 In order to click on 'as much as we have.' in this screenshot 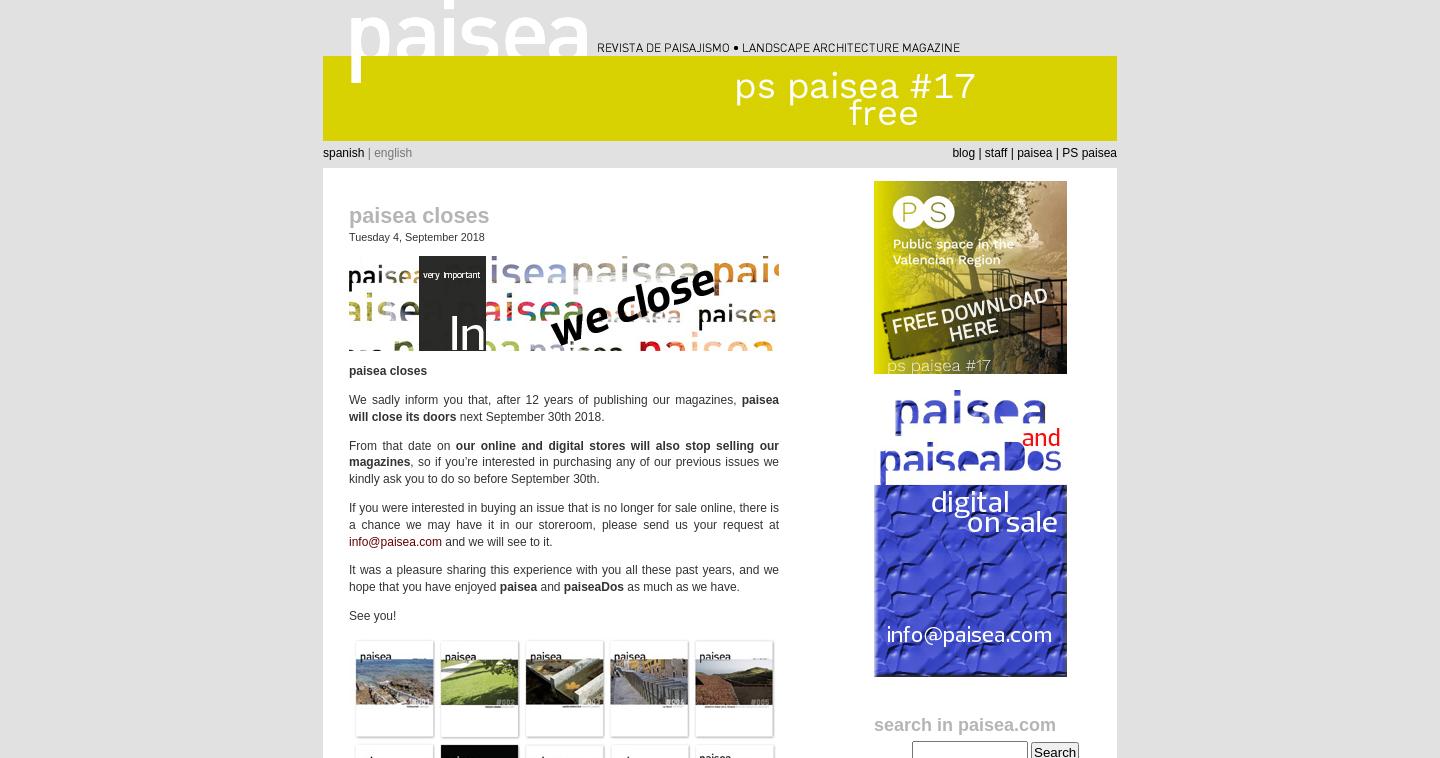, I will do `click(680, 586)`.